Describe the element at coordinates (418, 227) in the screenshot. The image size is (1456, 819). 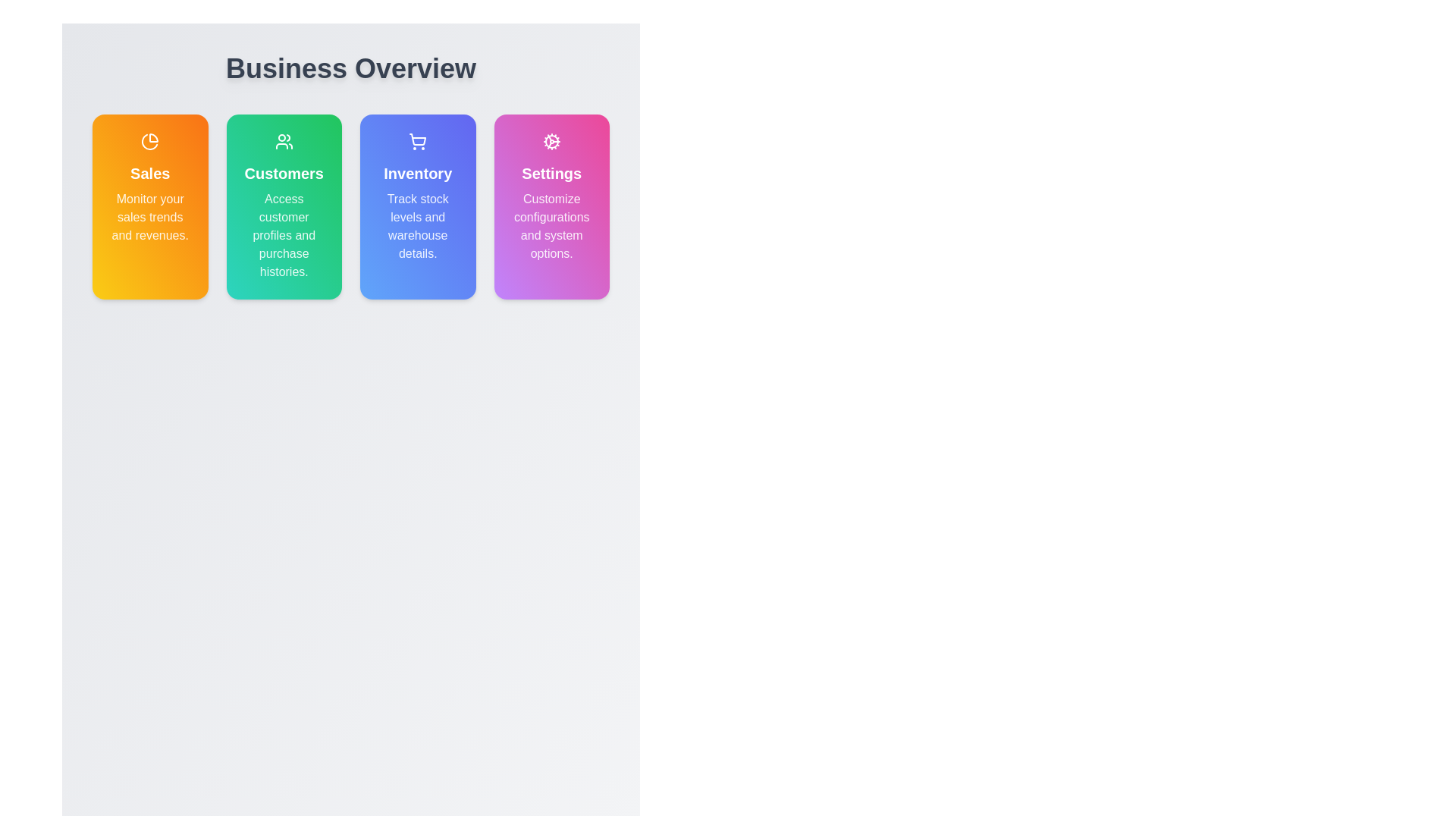
I see `the static text displaying 'Track stock levels and warehouse details.' within the 'Inventory' card, which is the third card in a row of four cards` at that location.